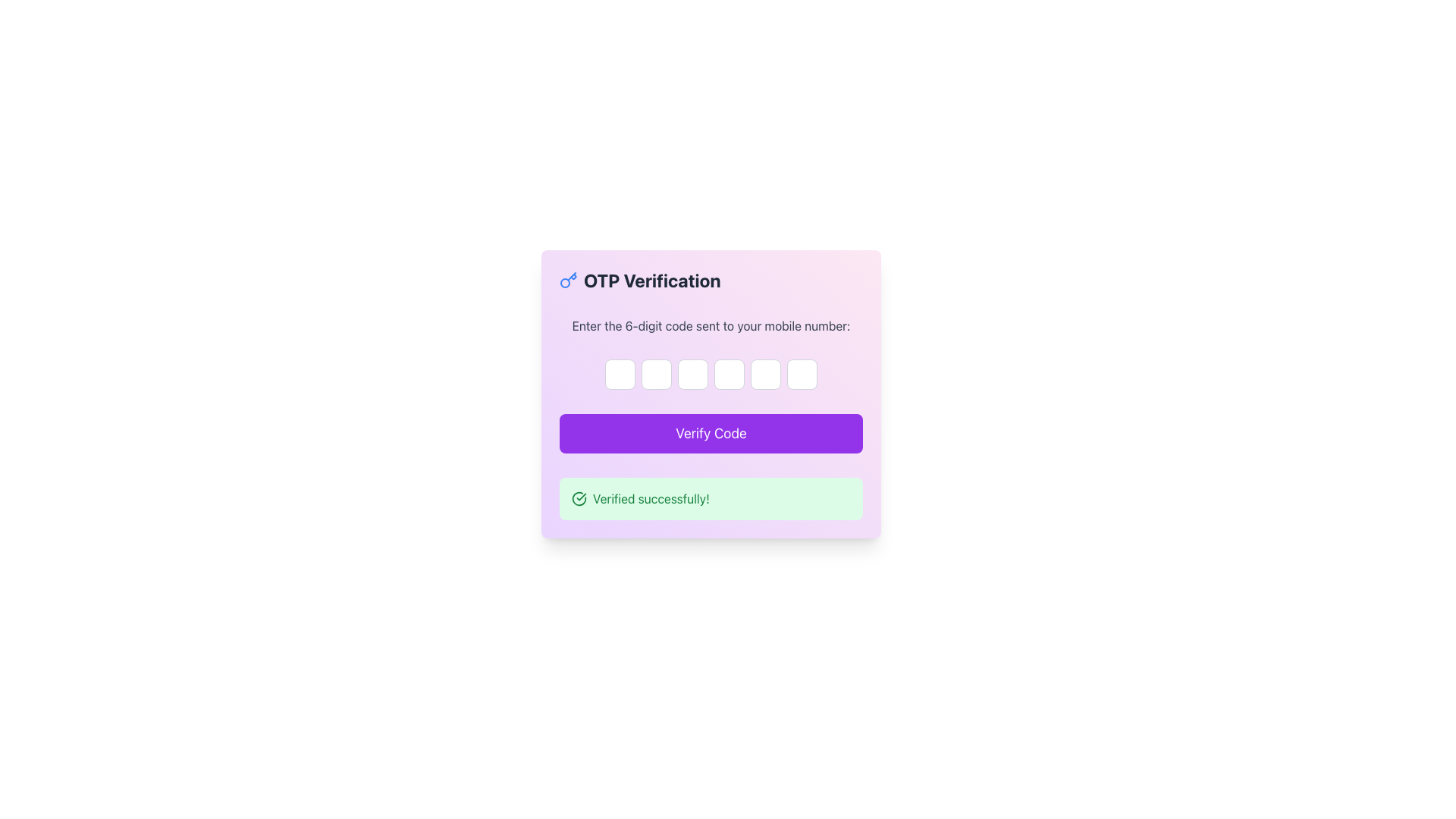 The height and width of the screenshot is (819, 1456). I want to click on the static text label that displays 'Enter the 6-digit code sent to your mobile number:' which is part of the OTP Verification section, so click(710, 325).